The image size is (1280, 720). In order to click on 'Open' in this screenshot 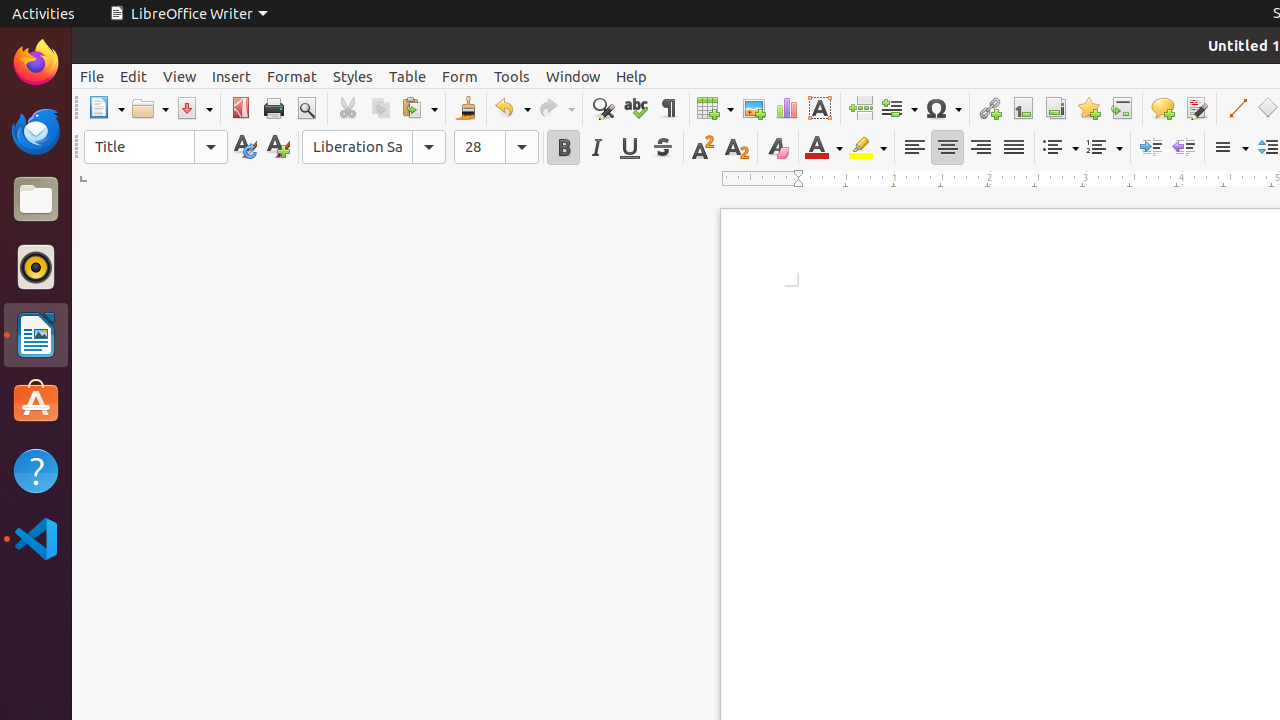, I will do `click(149, 108)`.